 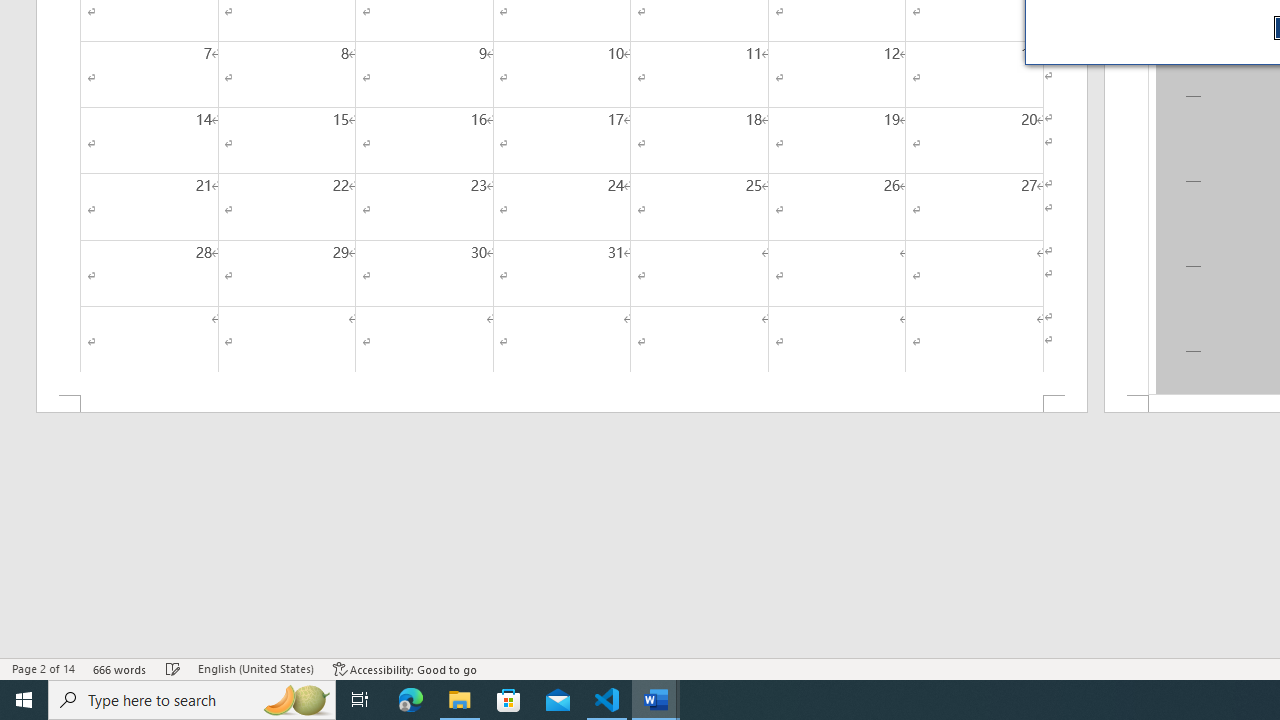 What do you see at coordinates (24, 698) in the screenshot?
I see `'Start'` at bounding box center [24, 698].